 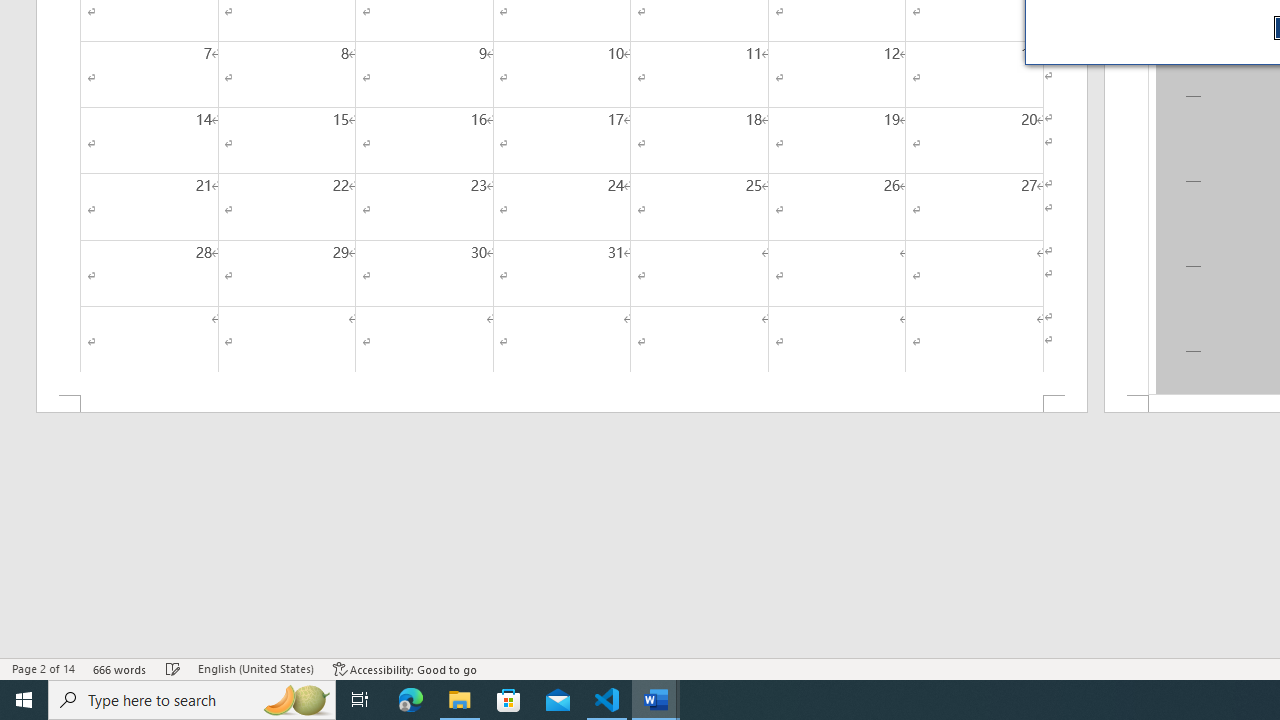 What do you see at coordinates (24, 698) in the screenshot?
I see `'Start'` at bounding box center [24, 698].